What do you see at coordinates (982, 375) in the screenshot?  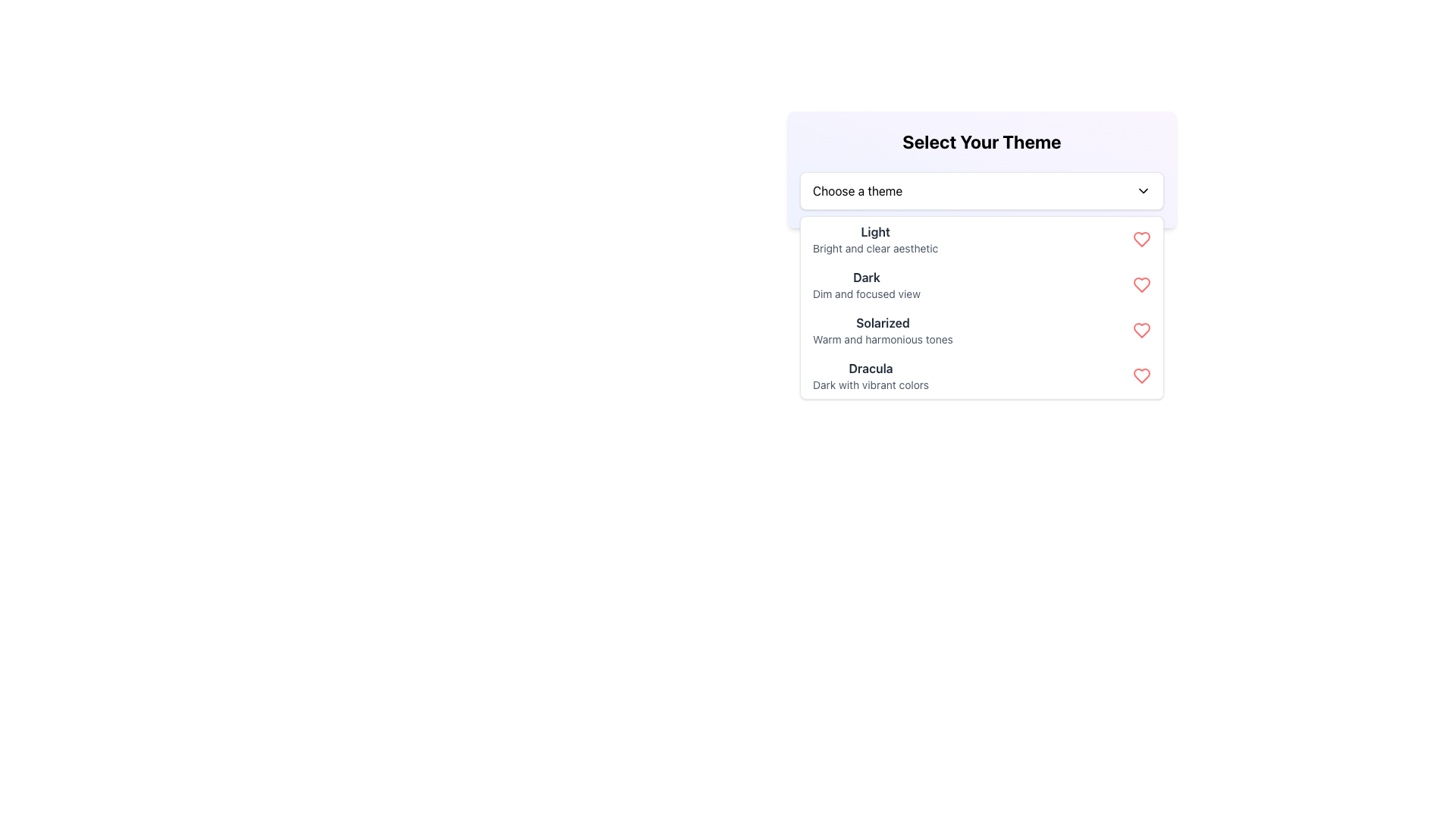 I see `the 'Dracula' theme menu item, which is the last item in the dropdown menu under 'Select Your Theme'` at bounding box center [982, 375].